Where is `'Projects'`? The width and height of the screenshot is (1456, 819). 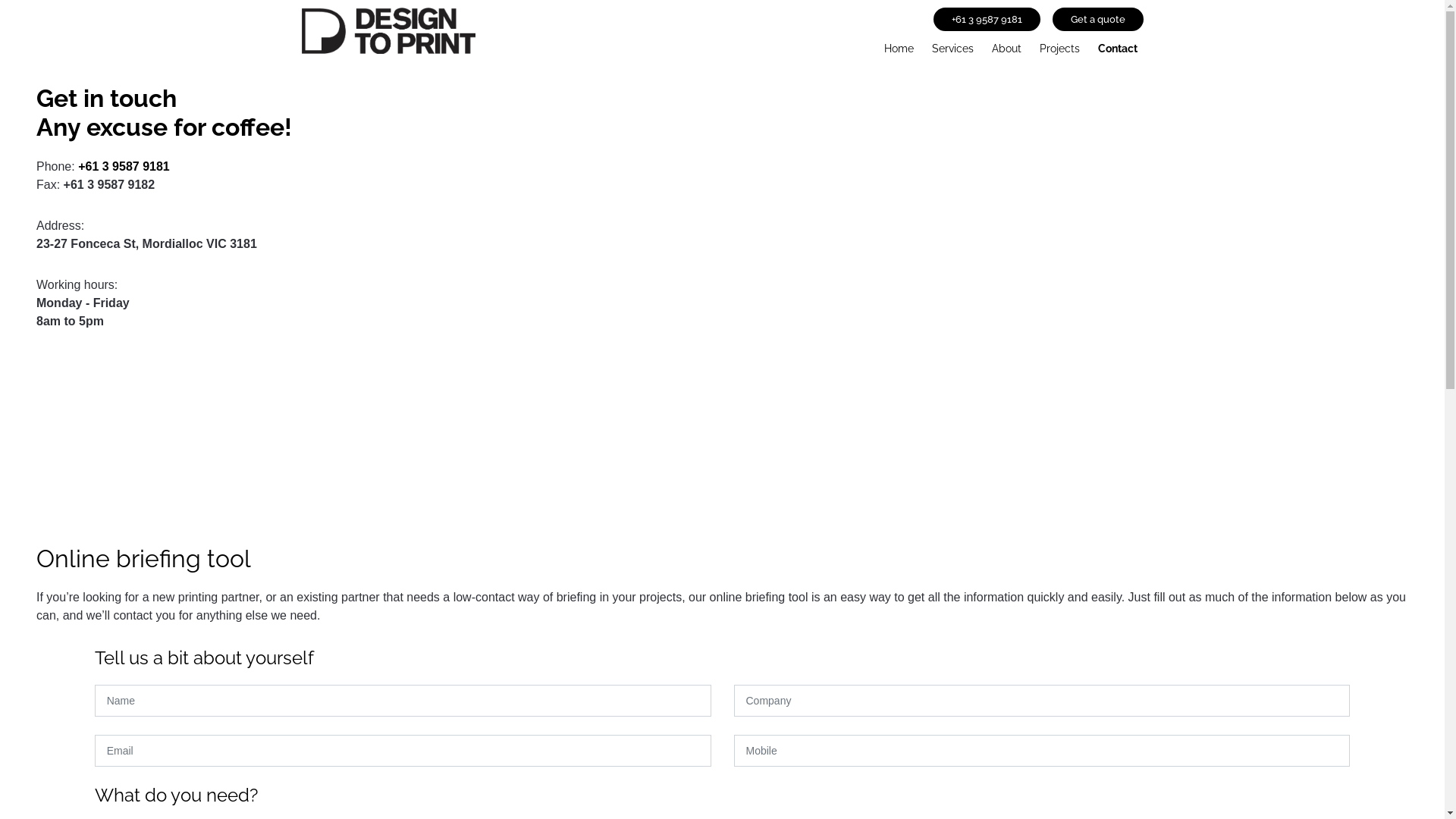
'Projects' is located at coordinates (1058, 45).